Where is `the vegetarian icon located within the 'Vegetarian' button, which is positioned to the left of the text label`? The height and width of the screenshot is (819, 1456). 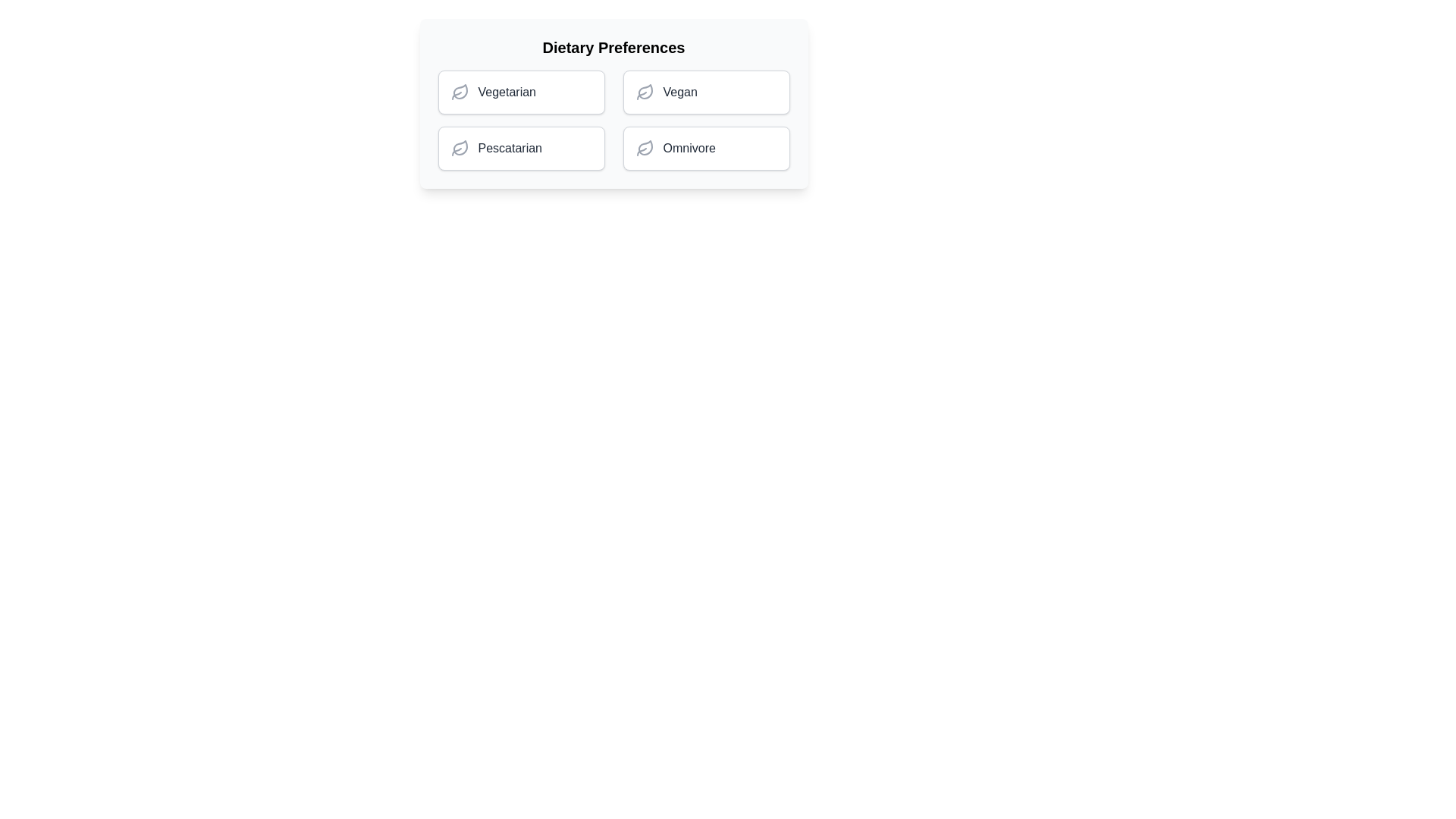 the vegetarian icon located within the 'Vegetarian' button, which is positioned to the left of the text label is located at coordinates (459, 93).